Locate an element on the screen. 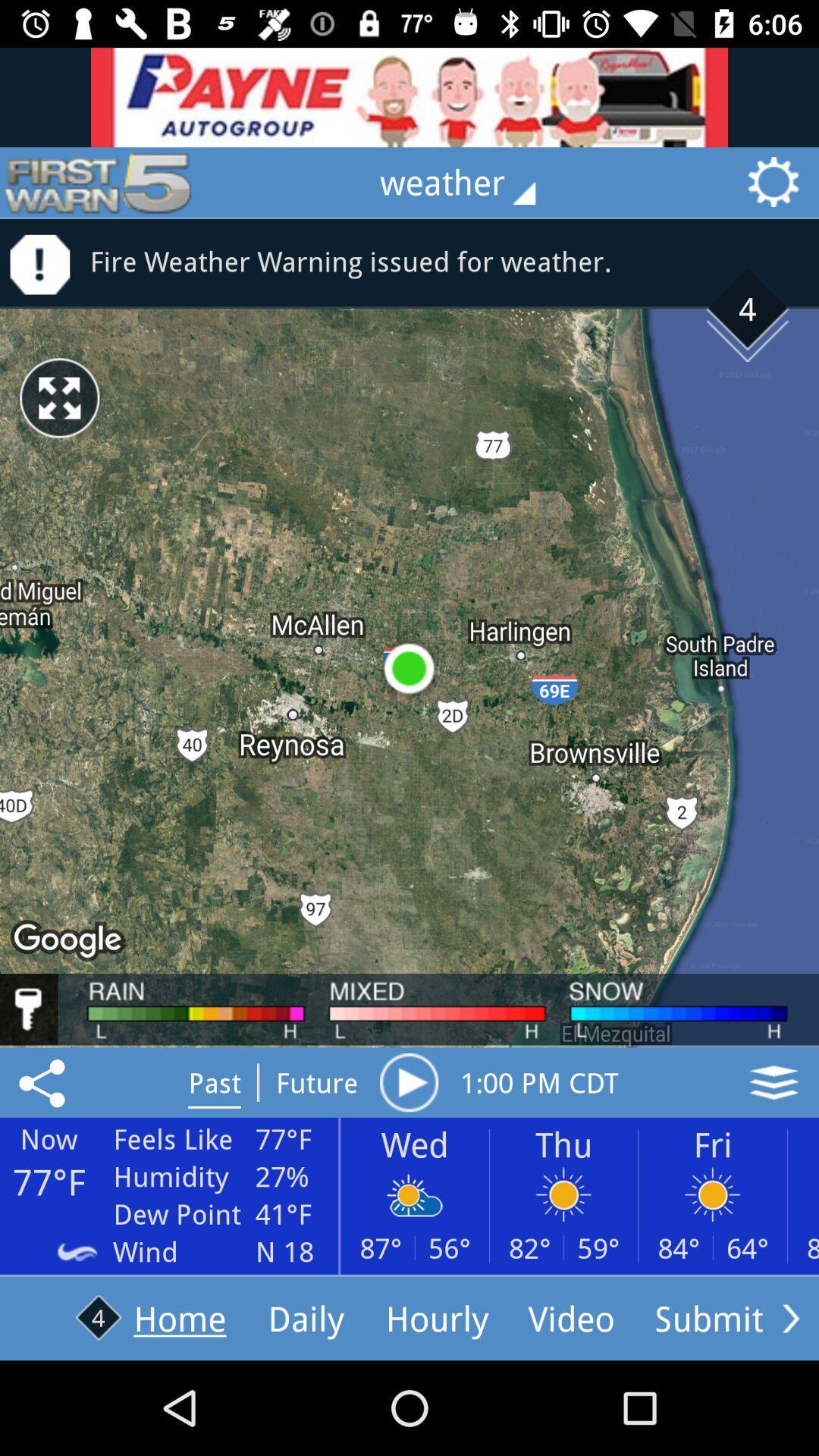  this button used to going forward is located at coordinates (790, 1317).